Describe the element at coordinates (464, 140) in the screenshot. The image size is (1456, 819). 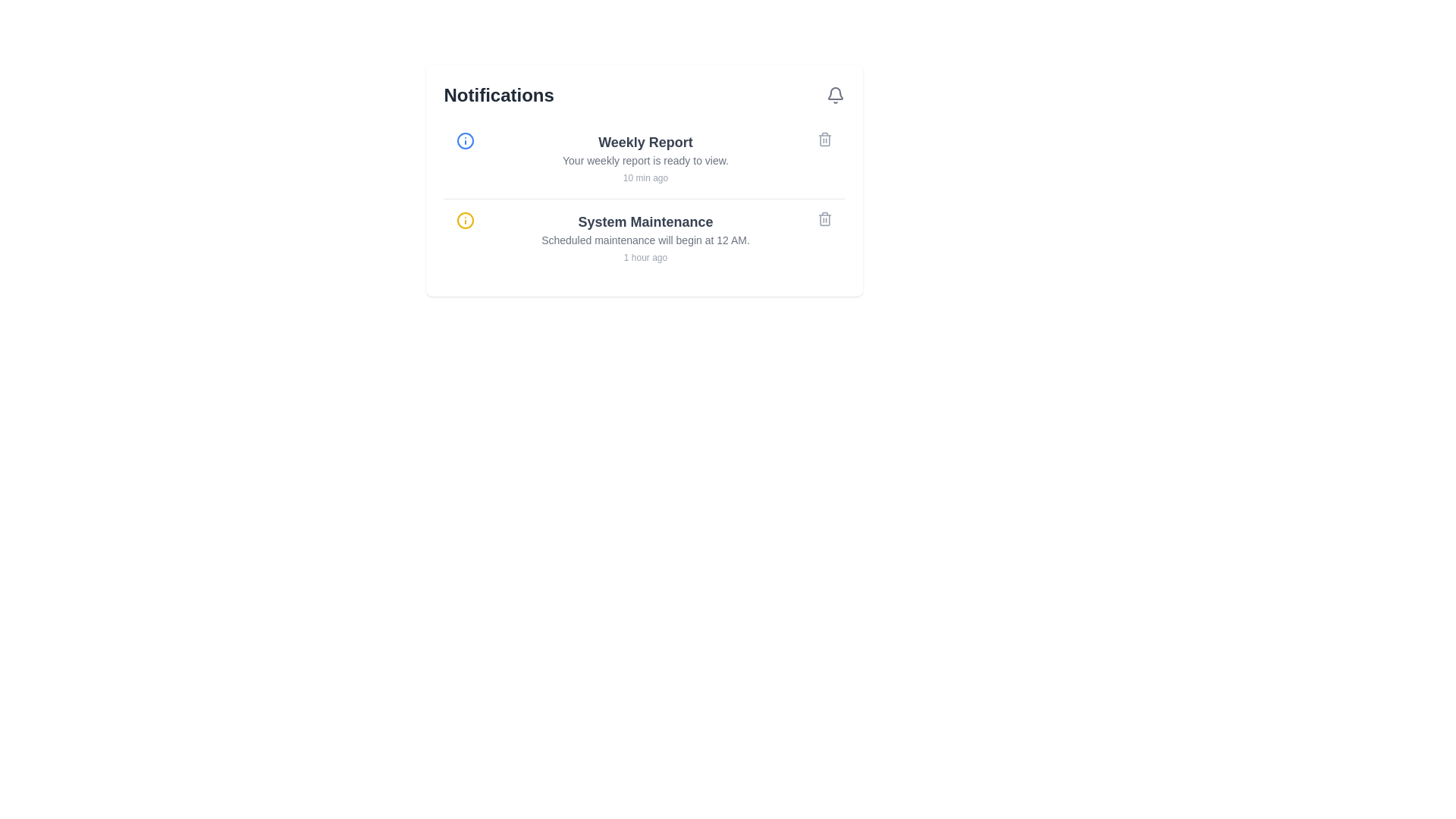
I see `the Circle element within the SVG graphic that indicates the status of the notification, positioned above the 'Weekly Report' text` at that location.